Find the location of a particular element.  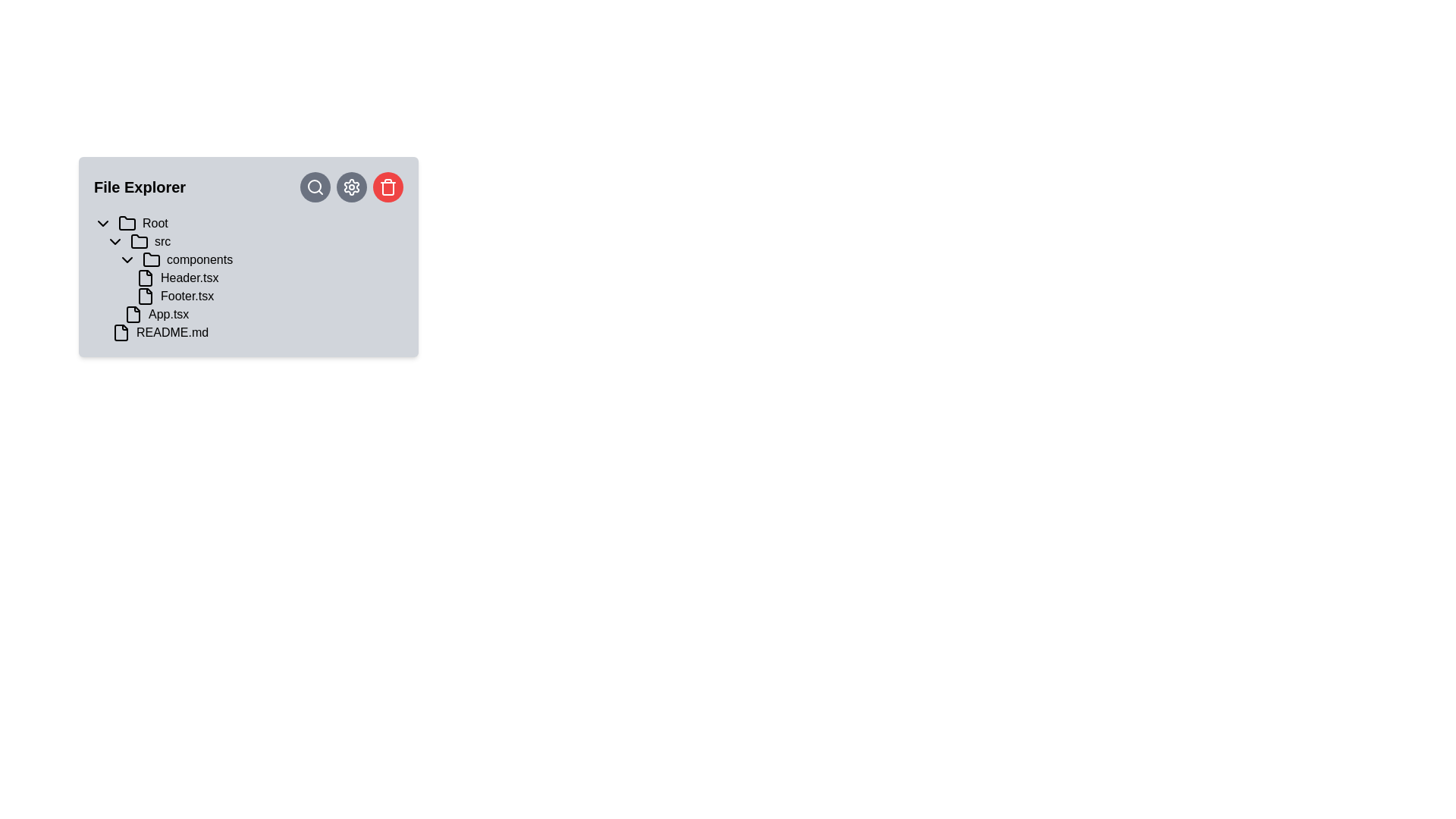

the central gear icon is located at coordinates (351, 186).